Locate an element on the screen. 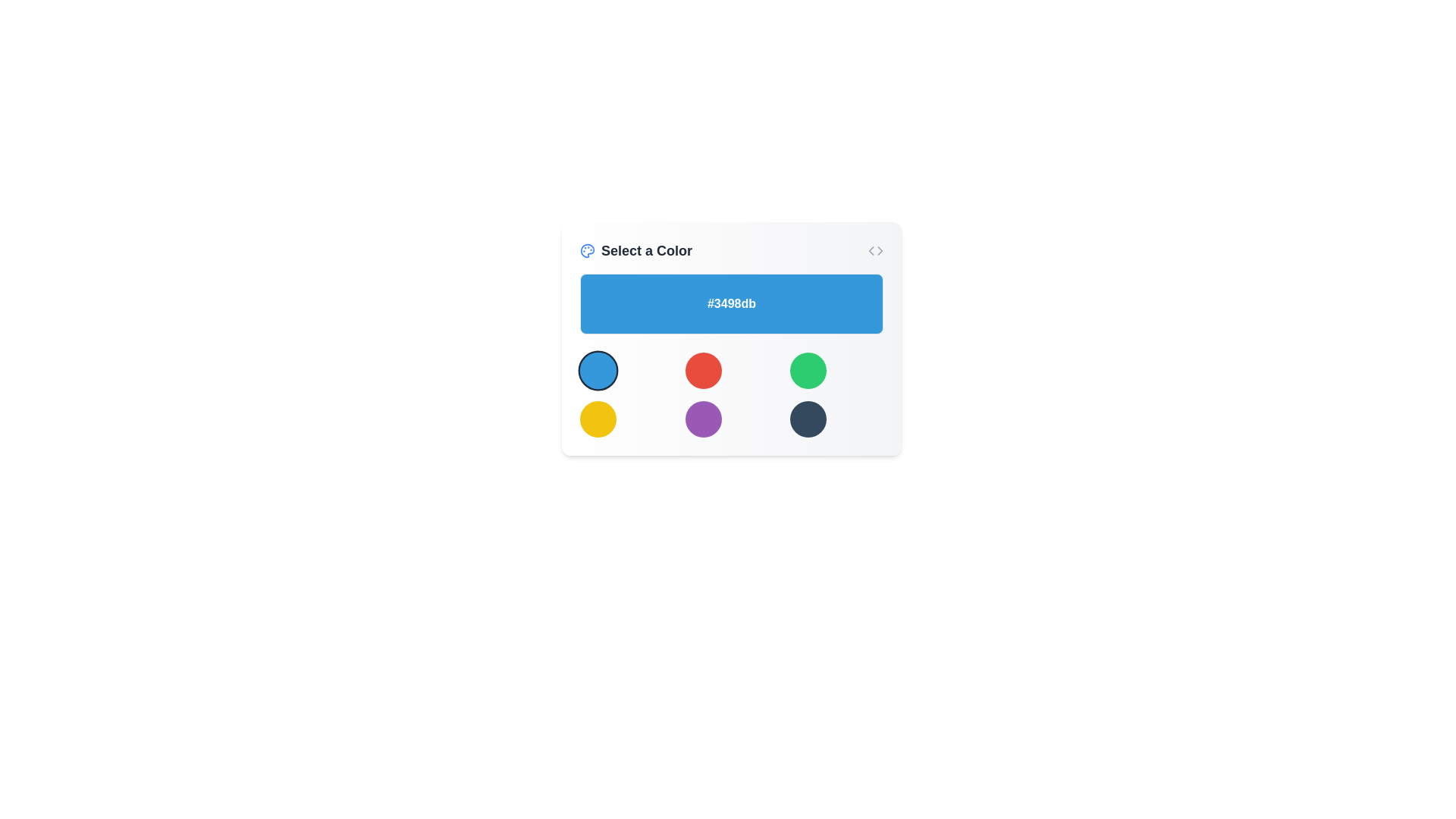  the color selection button located in the last row and third column of a 3x2 grid layout is located at coordinates (808, 419).